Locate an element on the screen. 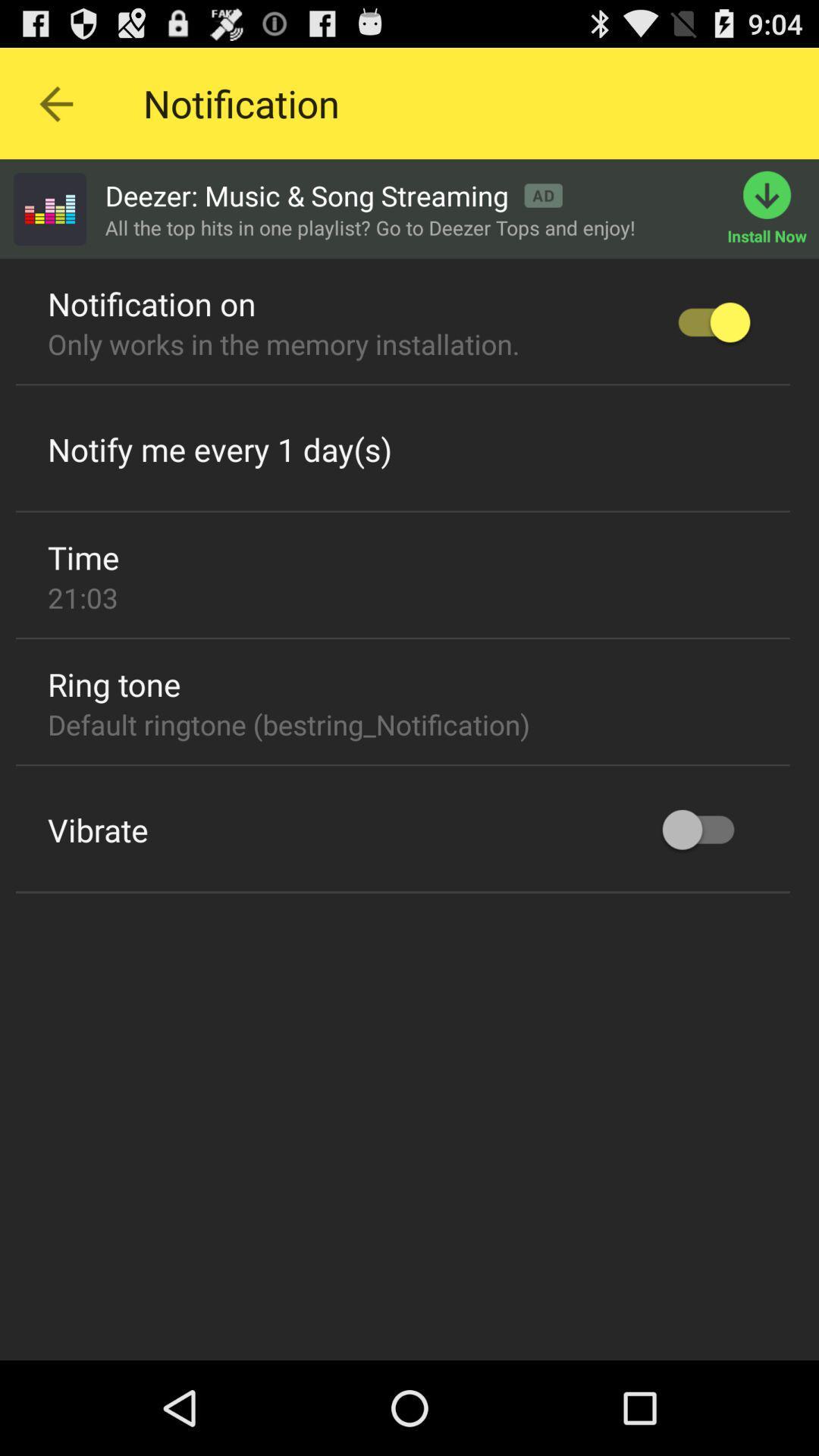 The height and width of the screenshot is (1456, 819). default ringtone (bestring_notification) item is located at coordinates (289, 723).